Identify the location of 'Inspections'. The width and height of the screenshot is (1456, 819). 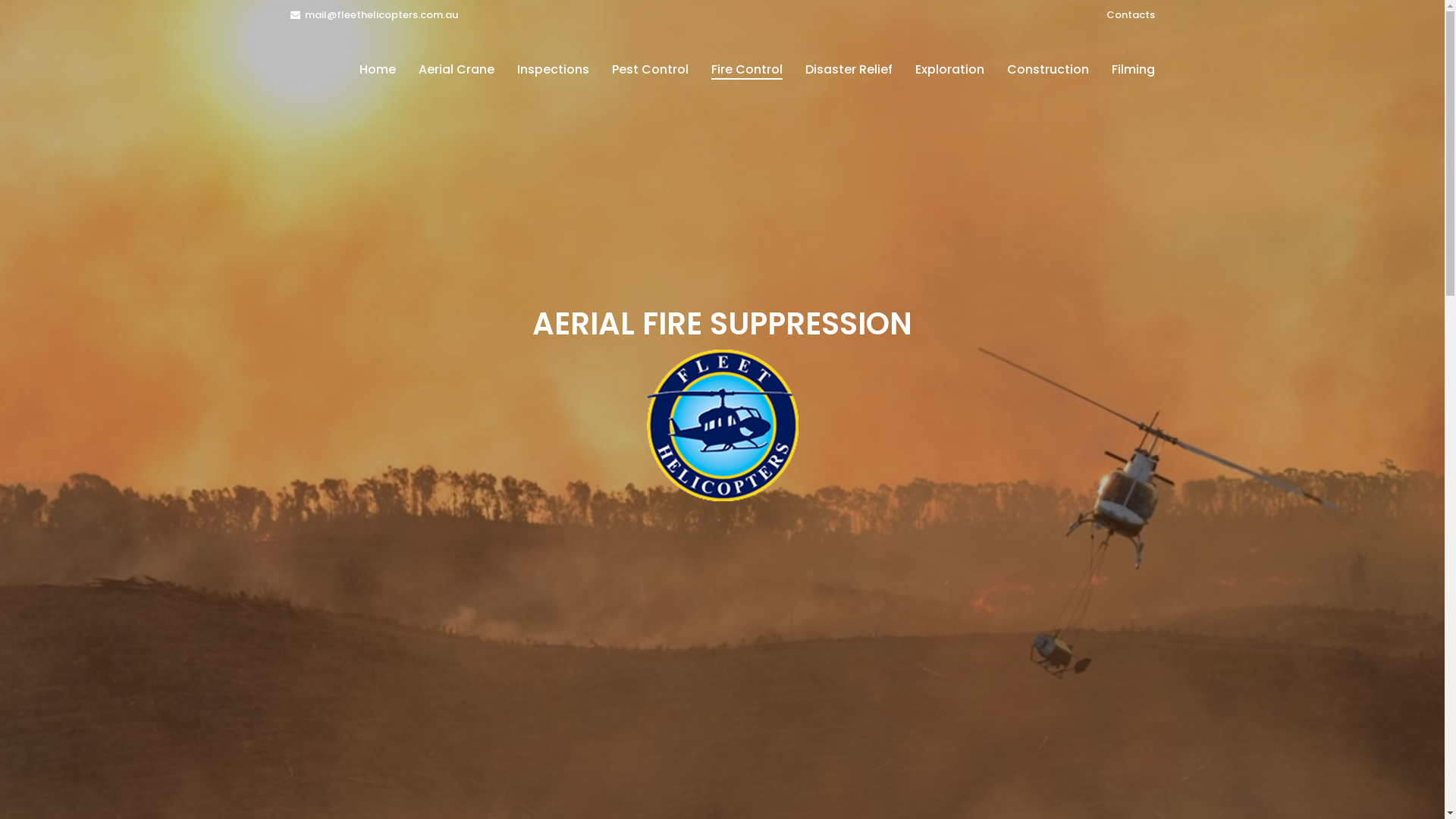
(551, 70).